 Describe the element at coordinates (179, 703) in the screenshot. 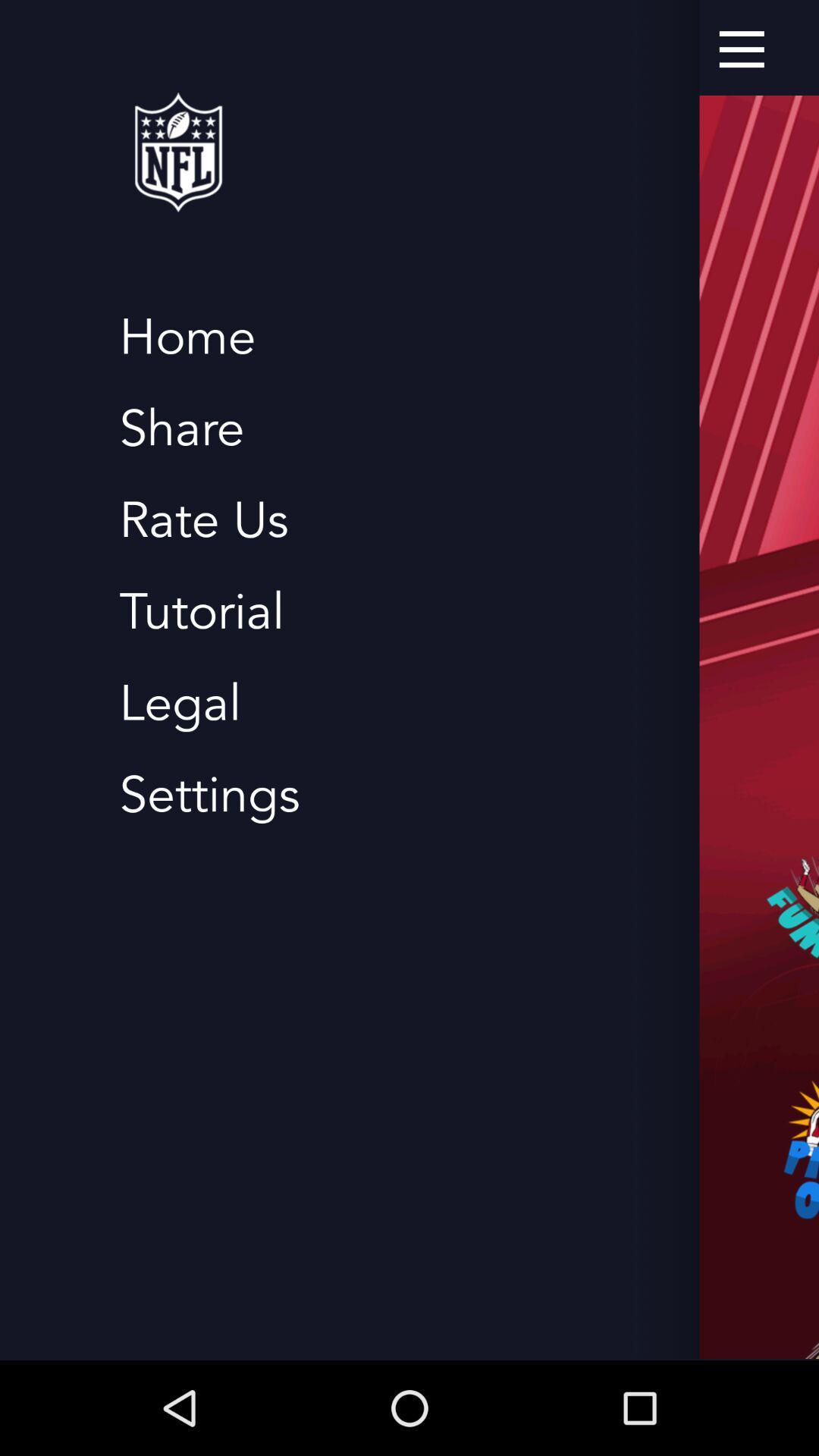

I see `legal item` at that location.